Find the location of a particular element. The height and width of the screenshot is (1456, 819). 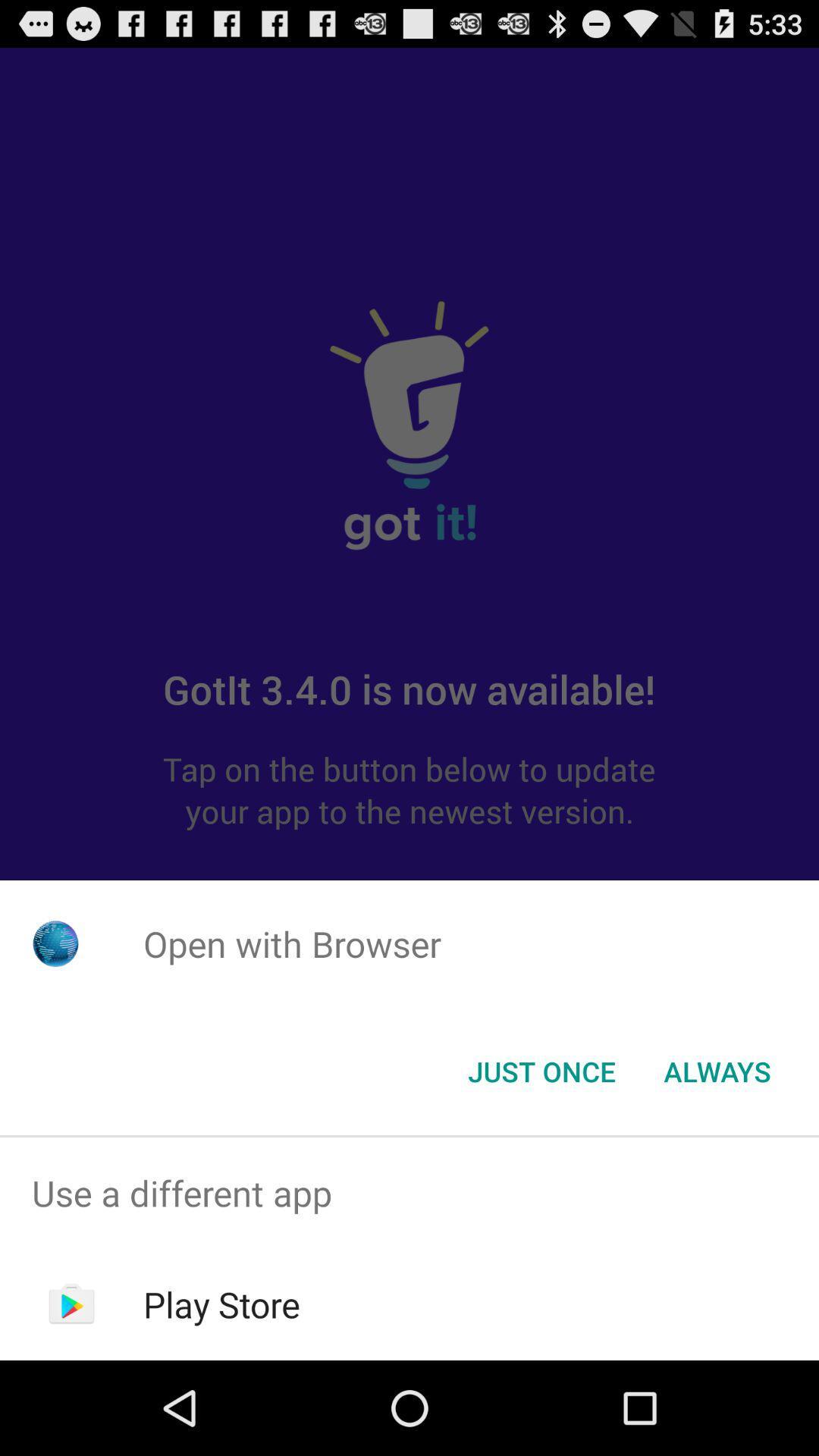

just once is located at coordinates (541, 1070).